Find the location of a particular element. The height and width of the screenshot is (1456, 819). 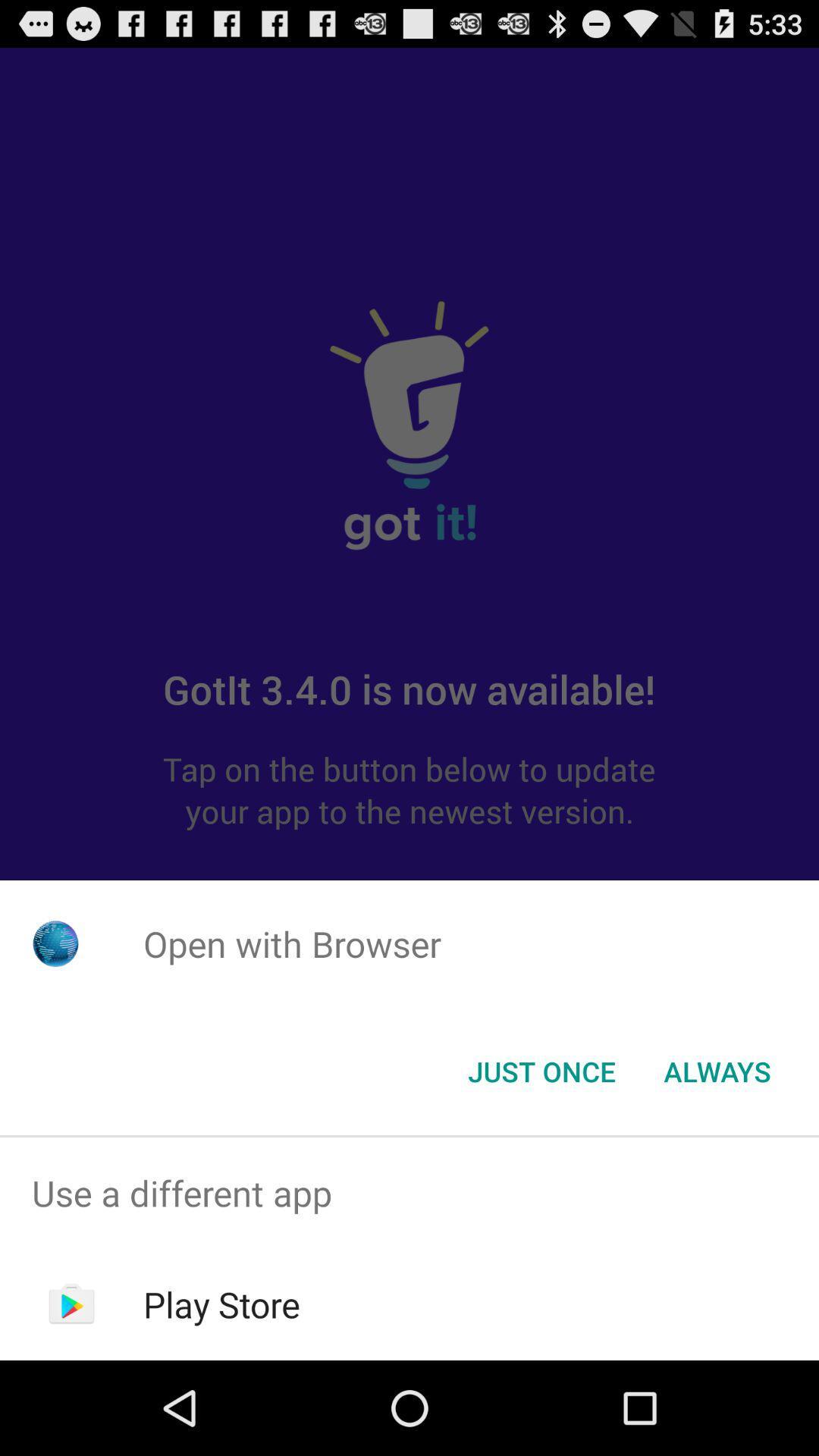

just once is located at coordinates (541, 1070).